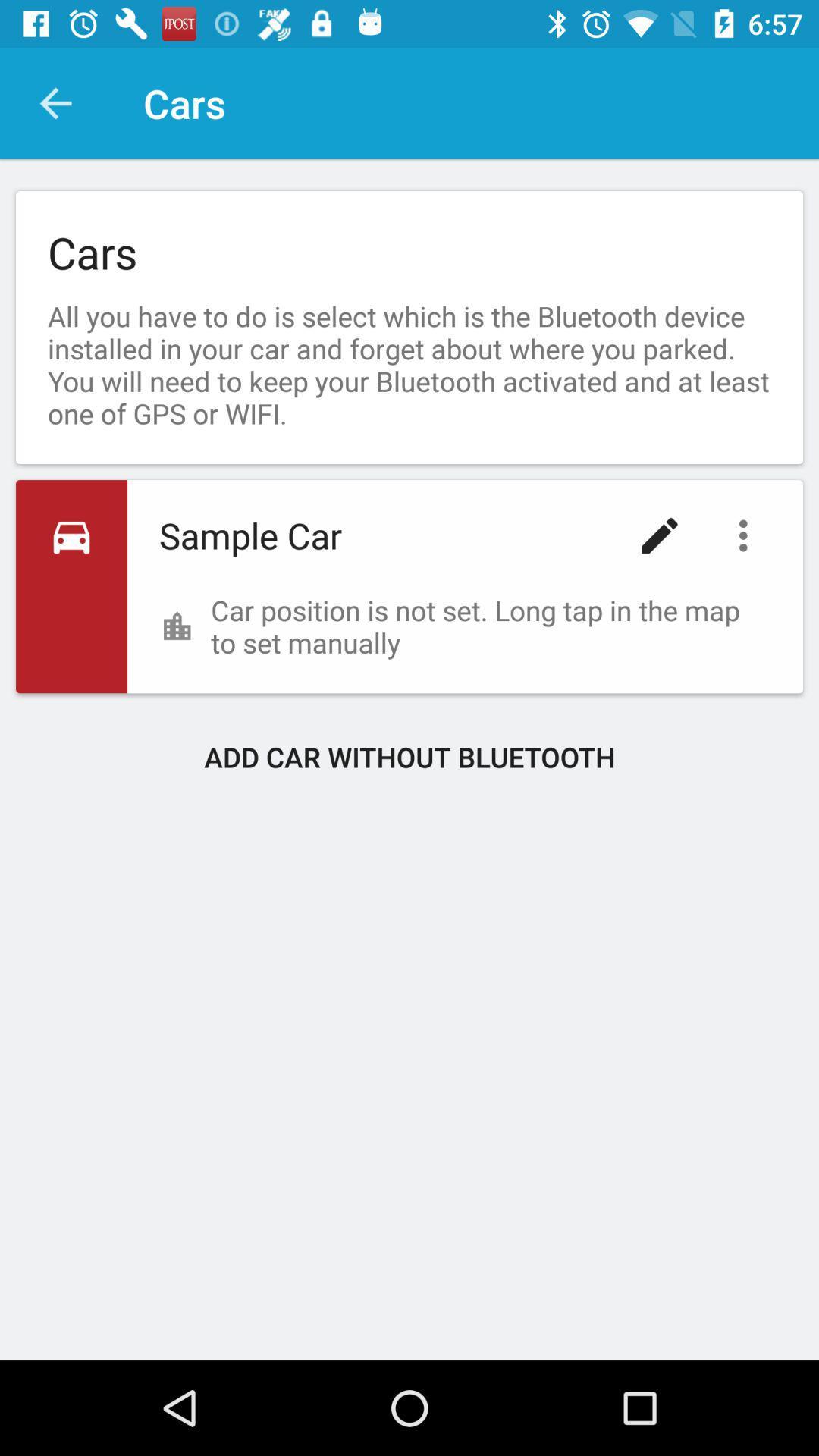 The height and width of the screenshot is (1456, 819). I want to click on icon to the left of cars item, so click(55, 102).